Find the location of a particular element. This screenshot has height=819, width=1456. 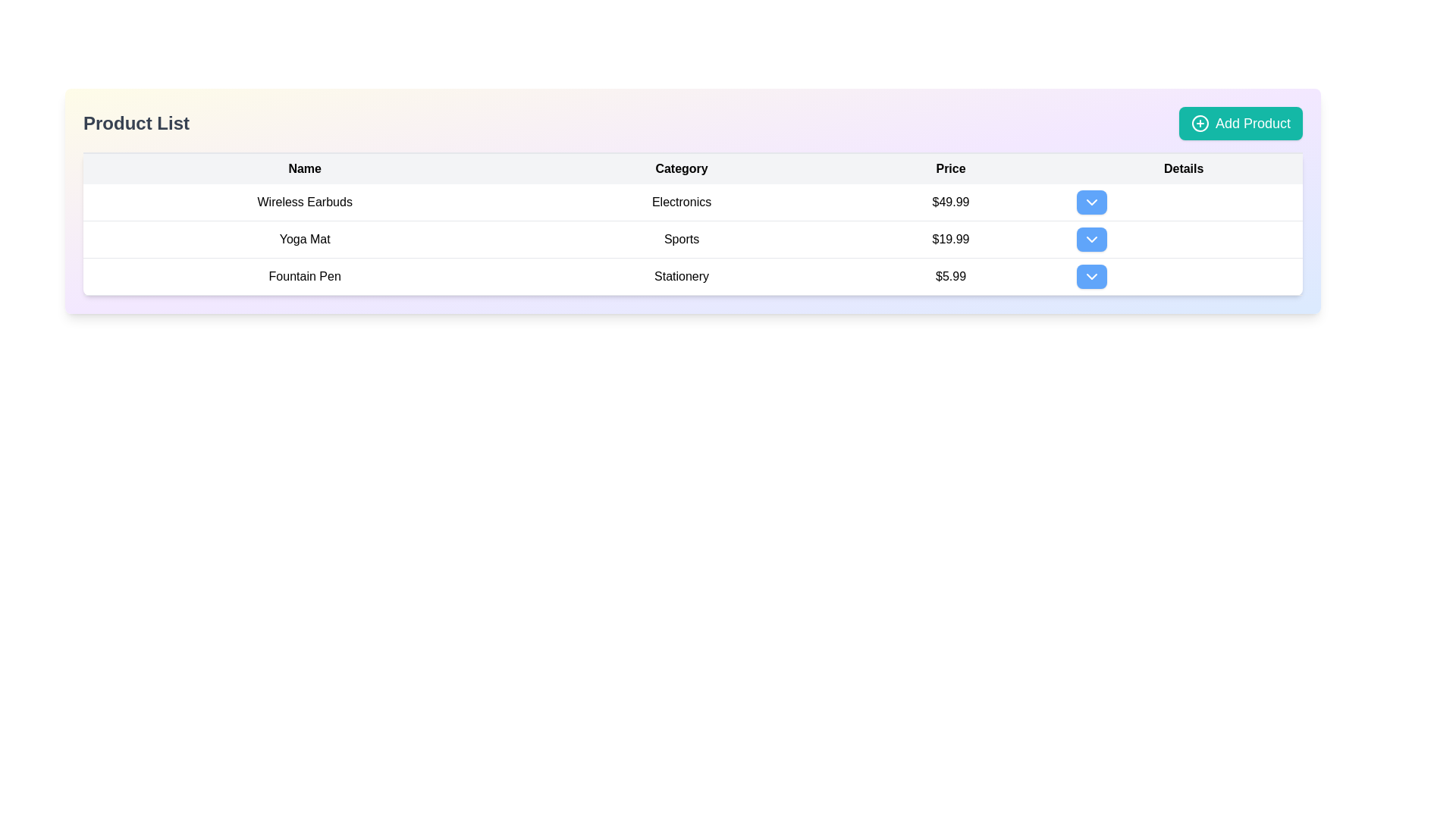

the circular graphical element centered within the green 'Add Product' button located at the top-right part of the interface is located at coordinates (1199, 122).